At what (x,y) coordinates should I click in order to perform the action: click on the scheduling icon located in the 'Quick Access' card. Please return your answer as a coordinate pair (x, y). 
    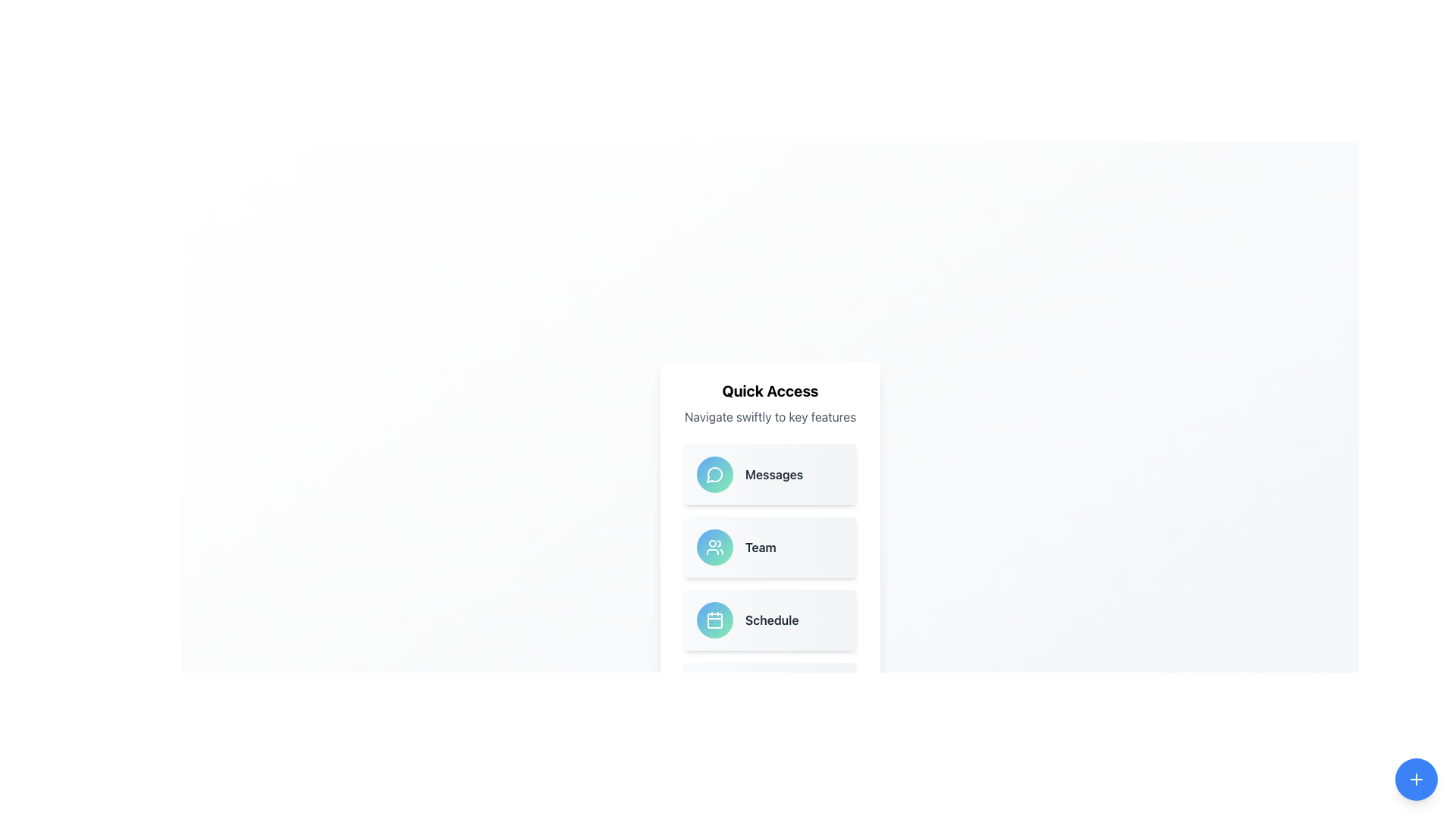
    Looking at the image, I should click on (714, 620).